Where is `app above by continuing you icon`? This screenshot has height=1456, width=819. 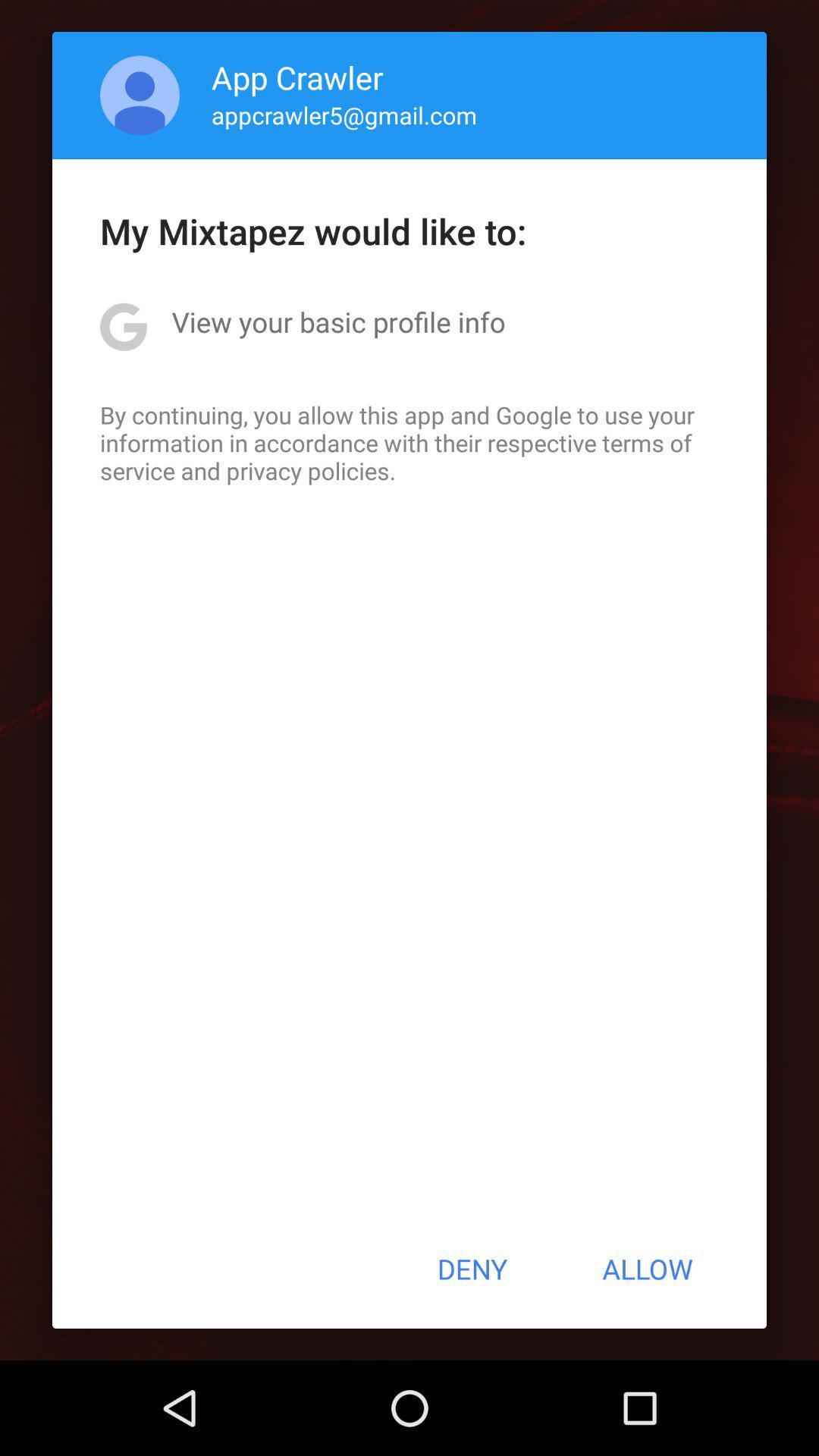
app above by continuing you icon is located at coordinates (337, 321).